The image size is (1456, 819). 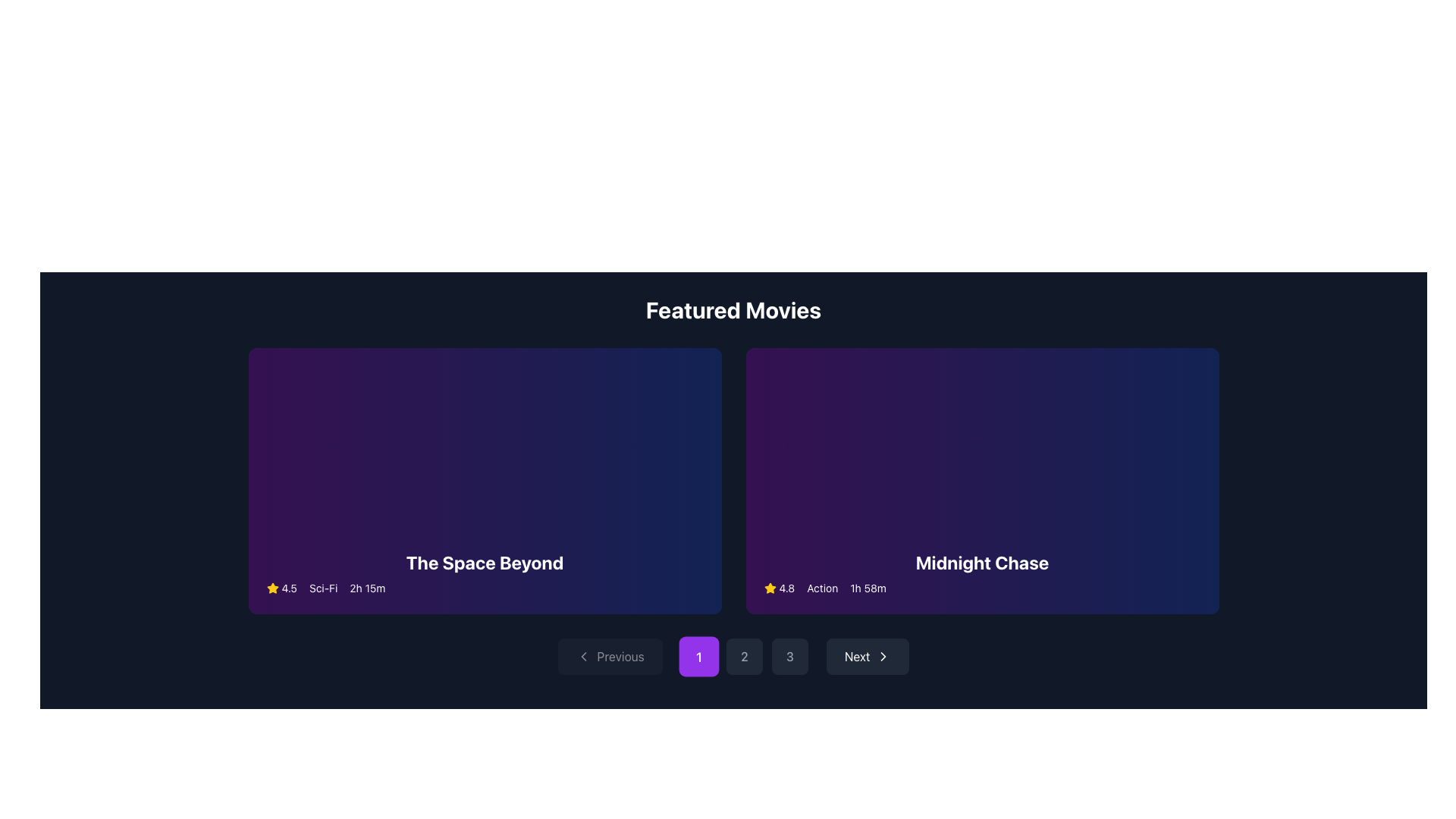 I want to click on the third page navigation button, so click(x=789, y=656).